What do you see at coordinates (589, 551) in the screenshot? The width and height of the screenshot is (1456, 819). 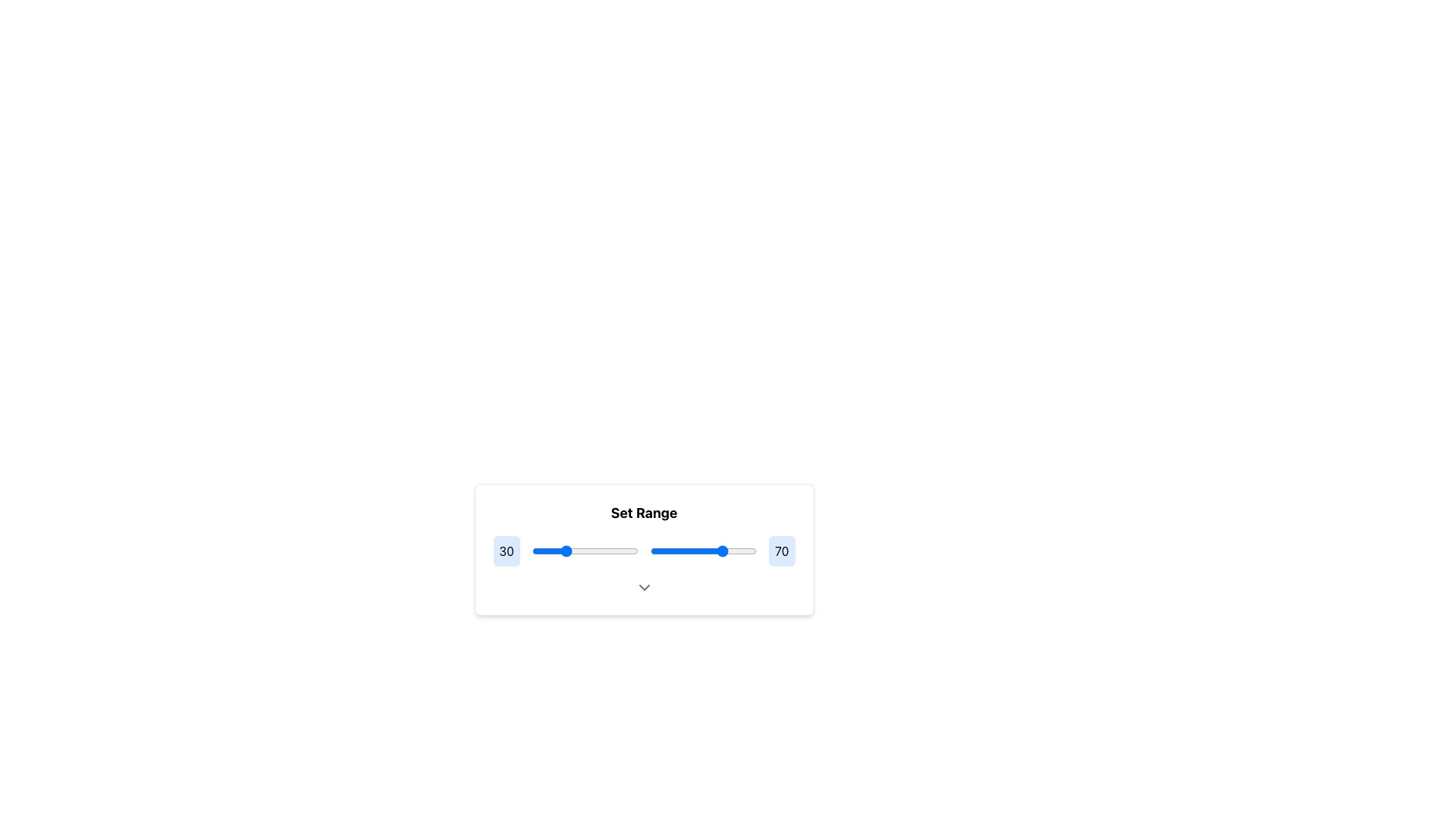 I see `the start value of the range slider` at bounding box center [589, 551].